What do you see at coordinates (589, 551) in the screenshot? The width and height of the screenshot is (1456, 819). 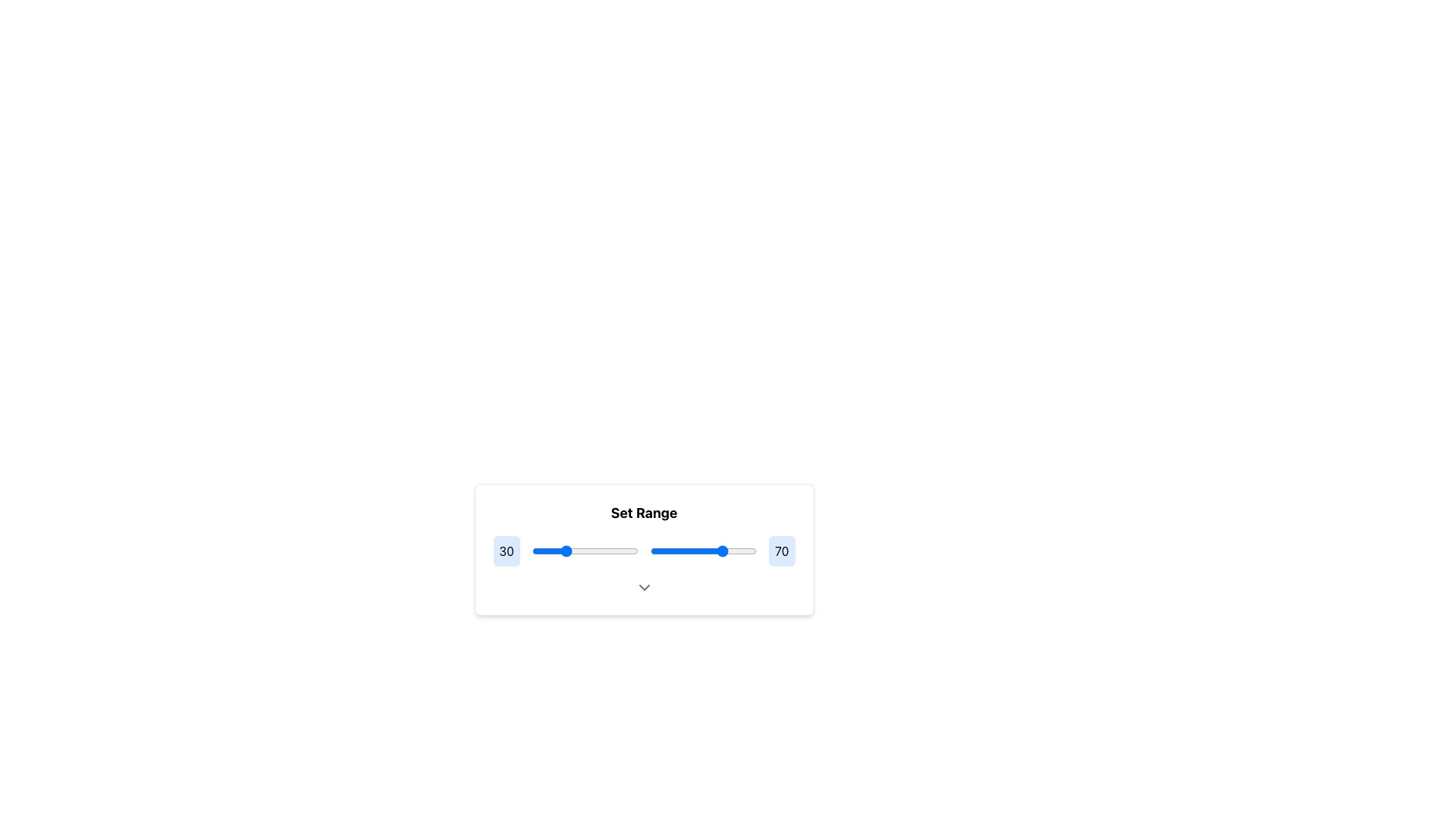 I see `the start value of the range slider` at bounding box center [589, 551].